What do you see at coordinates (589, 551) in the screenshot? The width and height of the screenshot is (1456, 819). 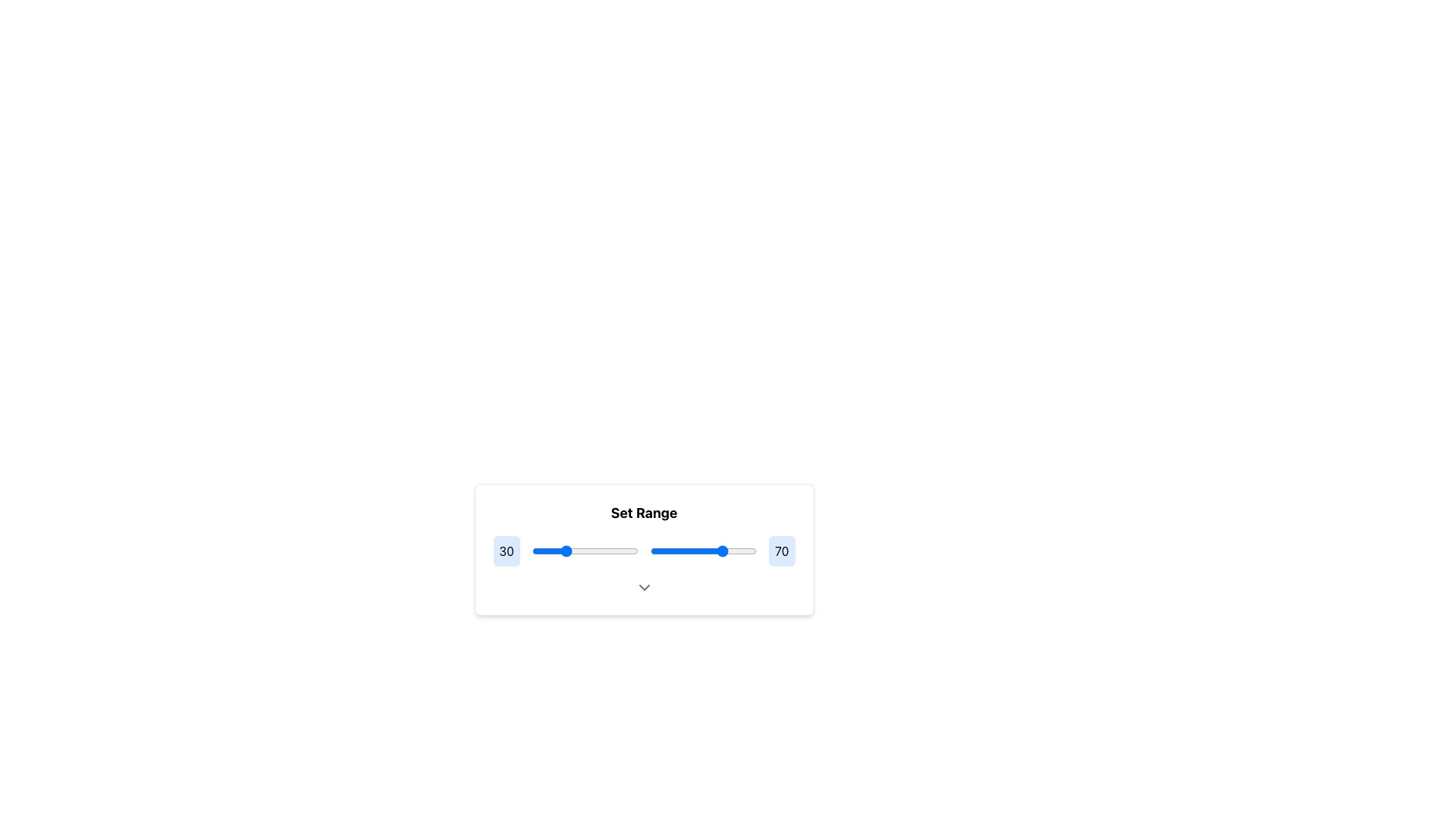 I see `the start value of the range slider` at bounding box center [589, 551].